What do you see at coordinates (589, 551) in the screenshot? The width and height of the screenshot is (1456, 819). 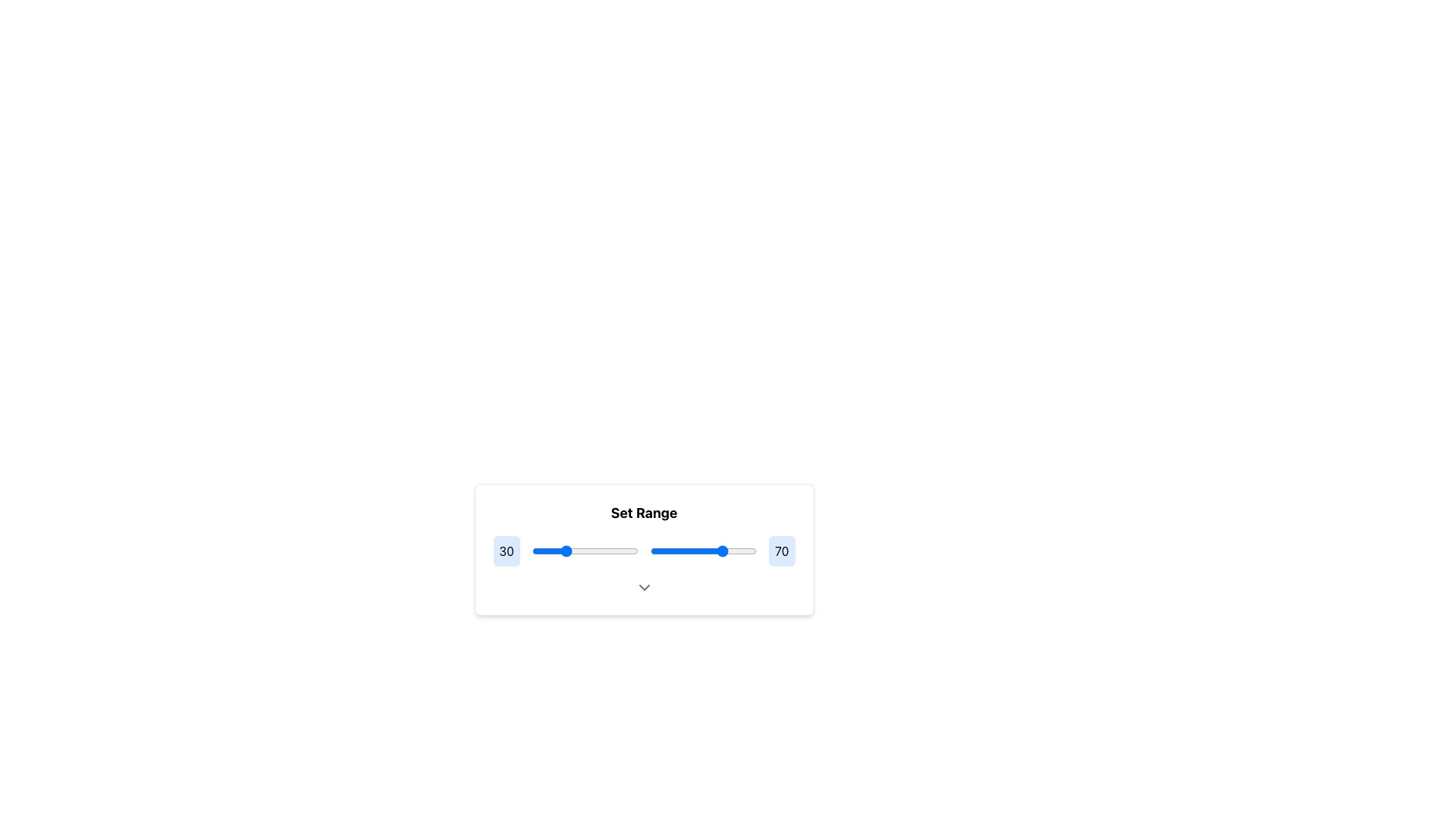 I see `the start value of the range slider` at bounding box center [589, 551].